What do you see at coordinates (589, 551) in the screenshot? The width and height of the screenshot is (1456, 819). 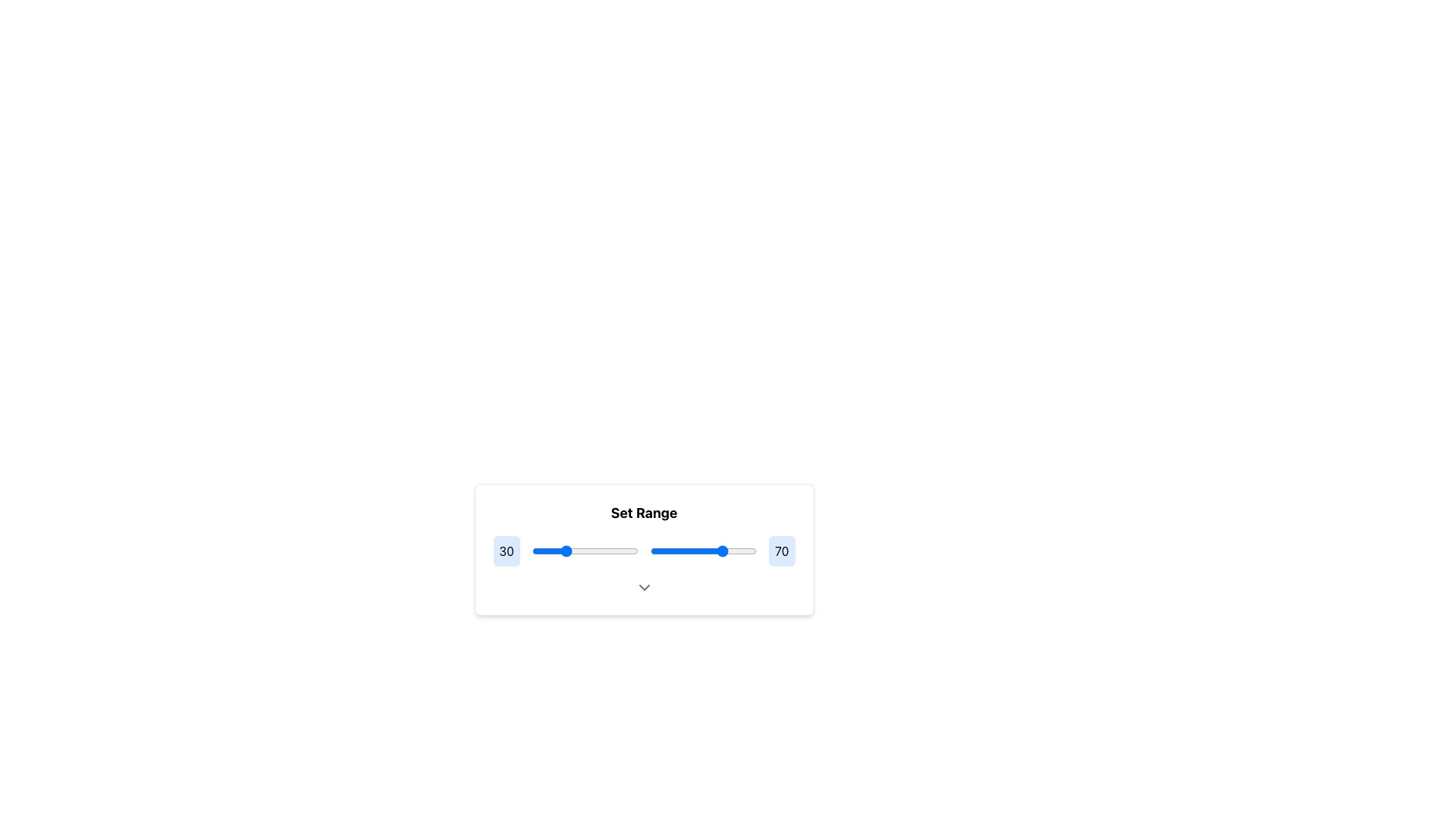 I see `the start value of the range slider` at bounding box center [589, 551].